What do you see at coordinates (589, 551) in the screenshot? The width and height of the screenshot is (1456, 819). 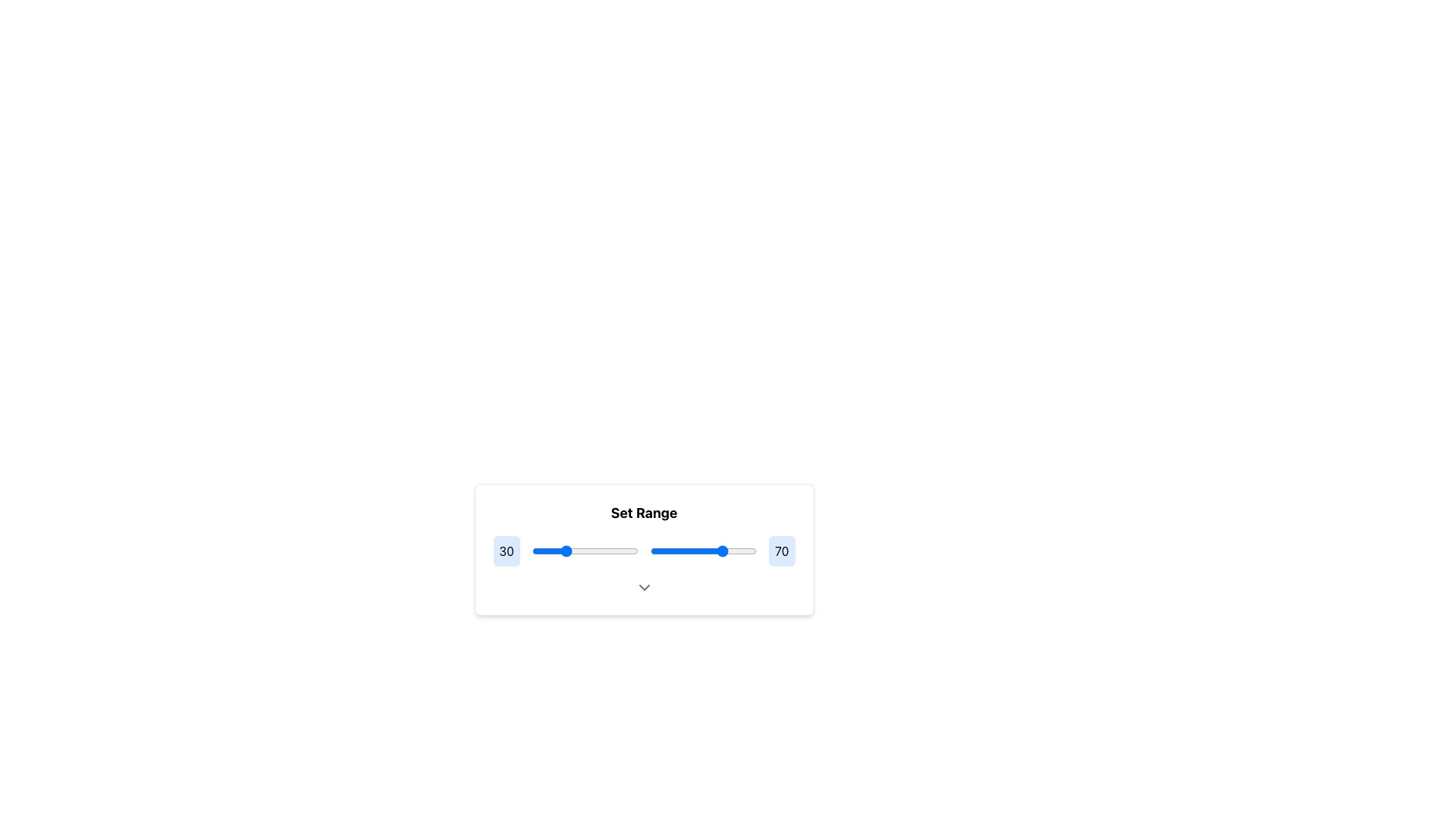 I see `the start value of the range slider` at bounding box center [589, 551].